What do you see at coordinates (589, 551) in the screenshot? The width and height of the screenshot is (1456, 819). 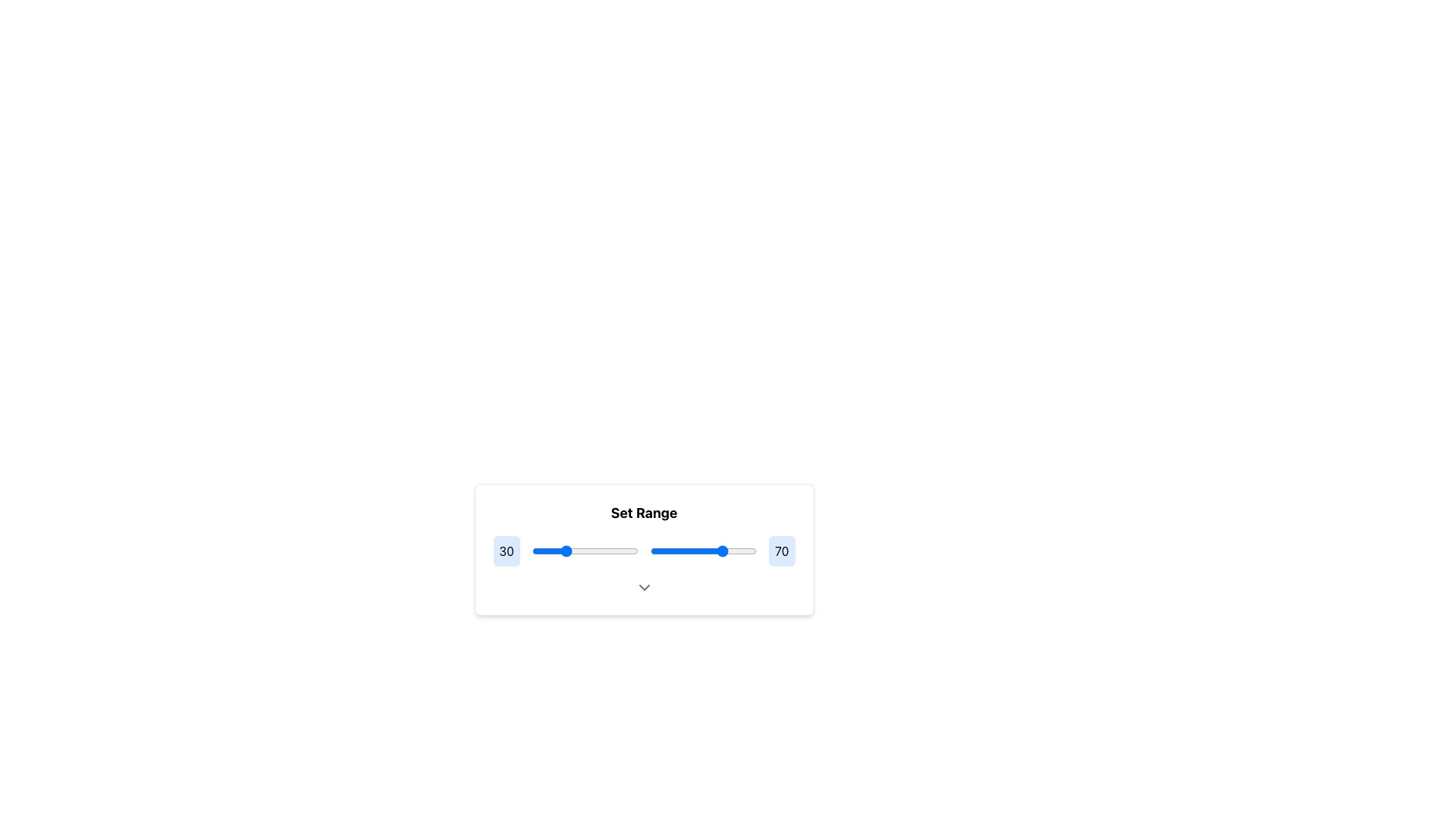 I see `the start value of the range slider` at bounding box center [589, 551].